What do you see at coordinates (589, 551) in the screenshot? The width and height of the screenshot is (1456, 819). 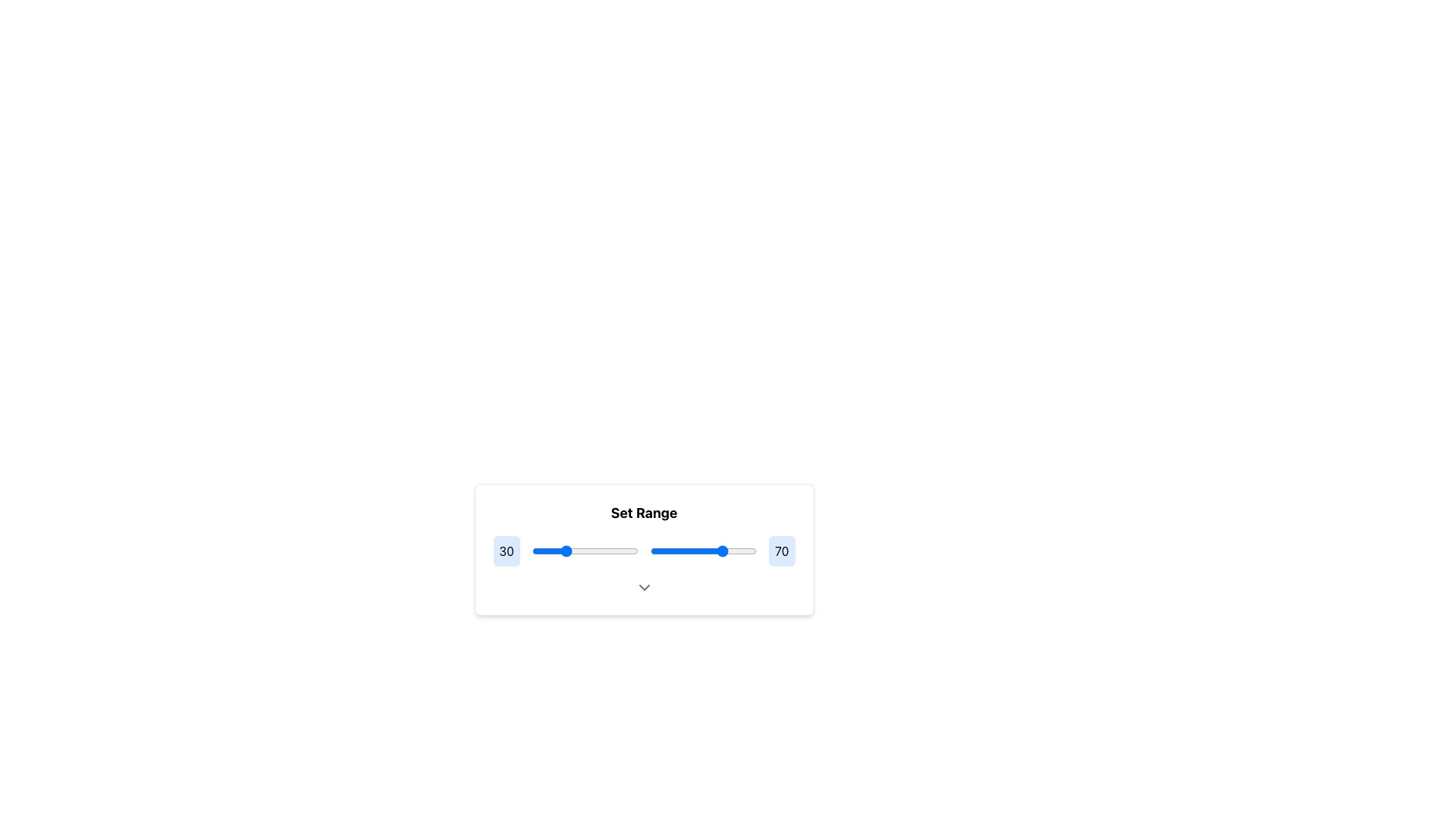 I see `the start value of the range slider` at bounding box center [589, 551].